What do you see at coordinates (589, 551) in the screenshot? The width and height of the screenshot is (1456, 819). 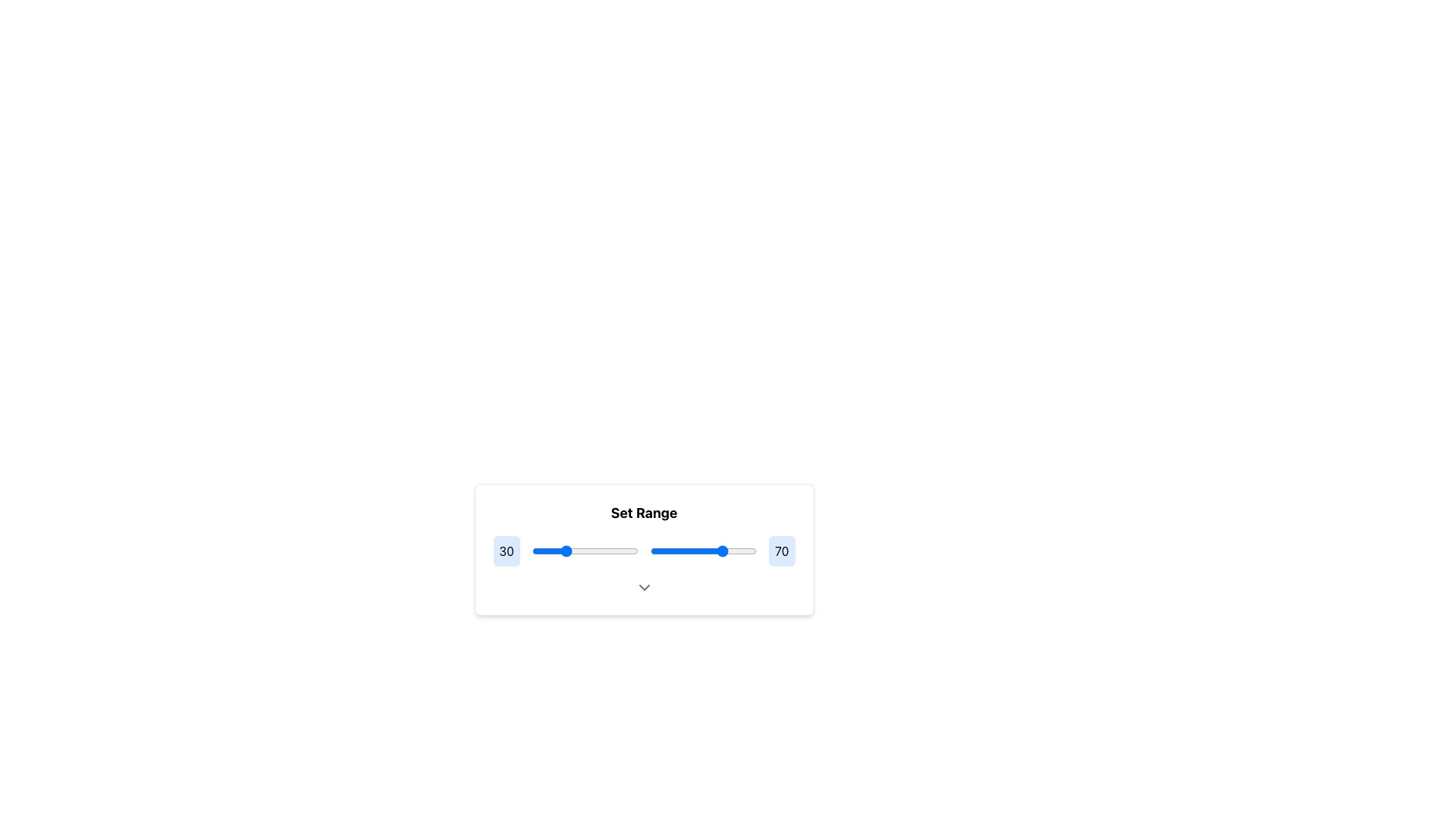 I see `the start value of the range slider` at bounding box center [589, 551].